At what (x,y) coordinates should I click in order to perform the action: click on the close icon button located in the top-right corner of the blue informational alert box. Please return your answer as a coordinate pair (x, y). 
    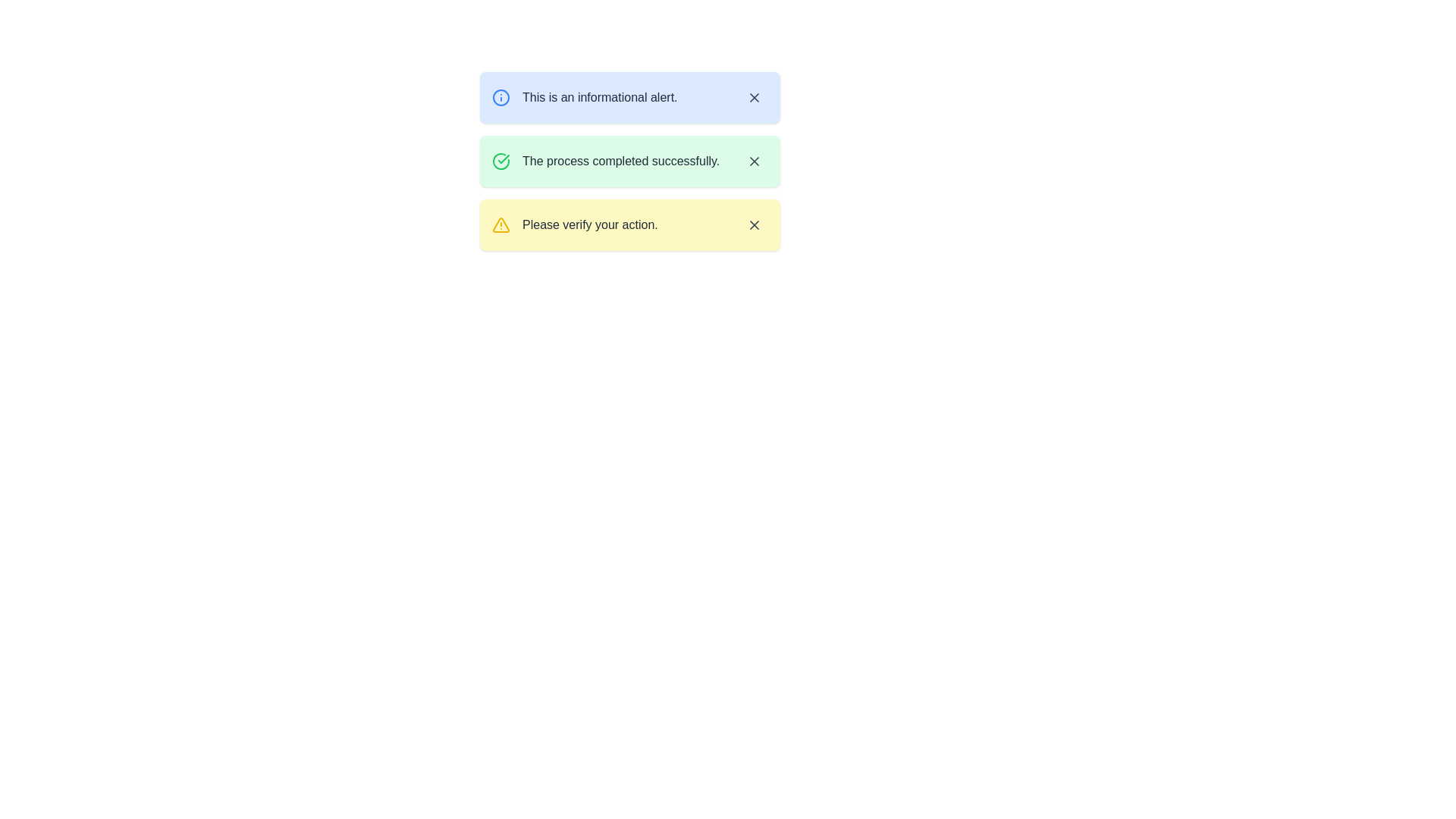
    Looking at the image, I should click on (754, 97).